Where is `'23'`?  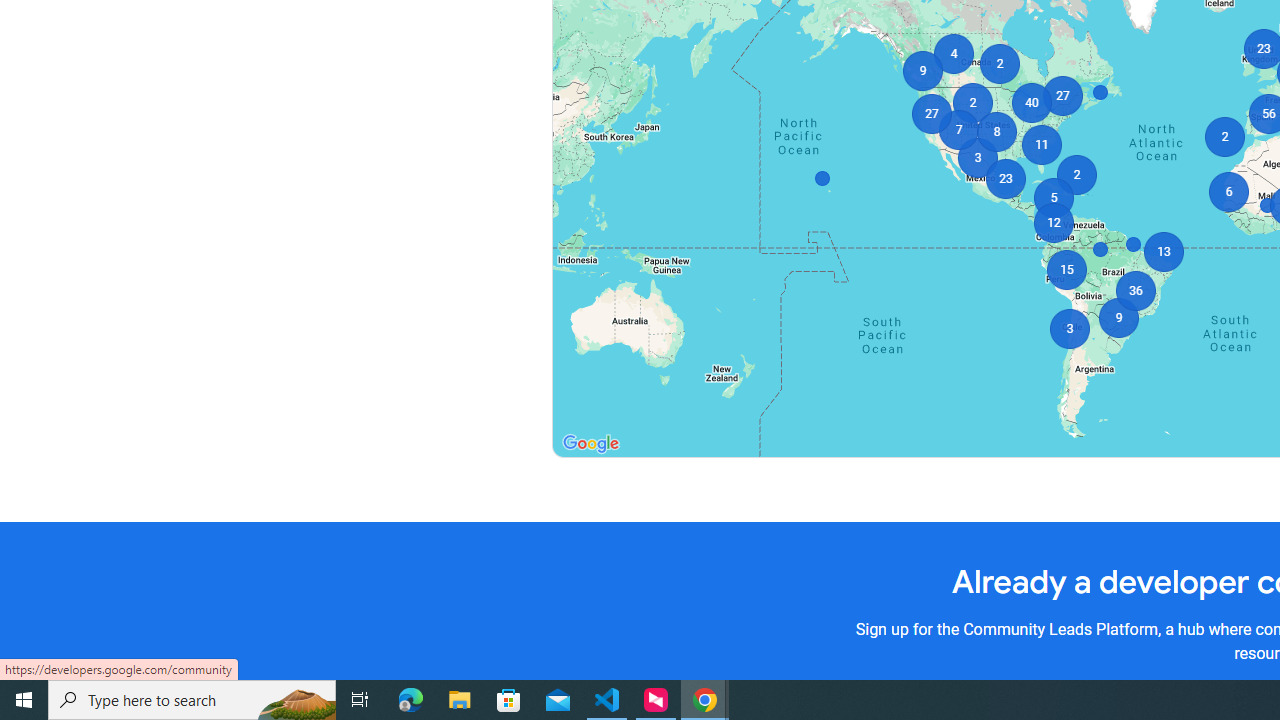
'23' is located at coordinates (1006, 177).